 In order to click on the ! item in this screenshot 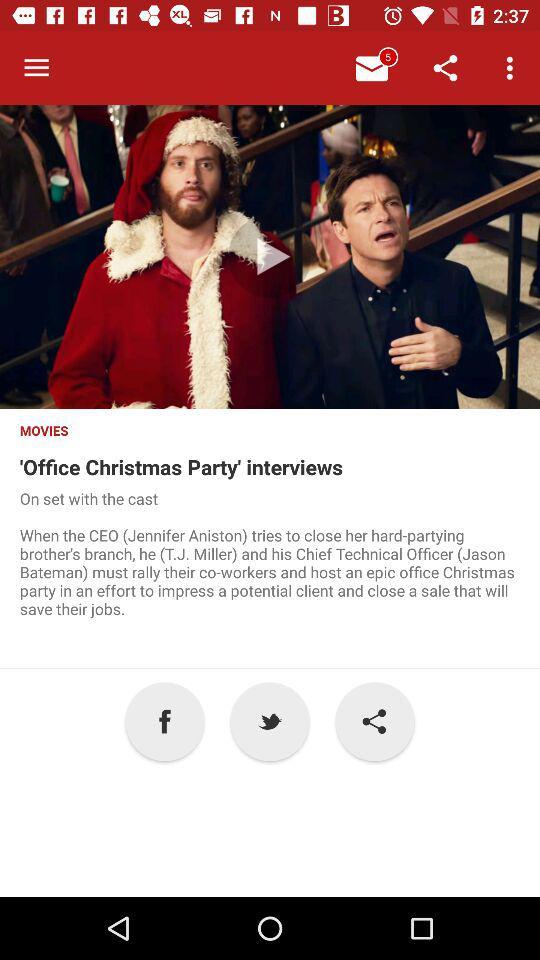, I will do `click(374, 720)`.